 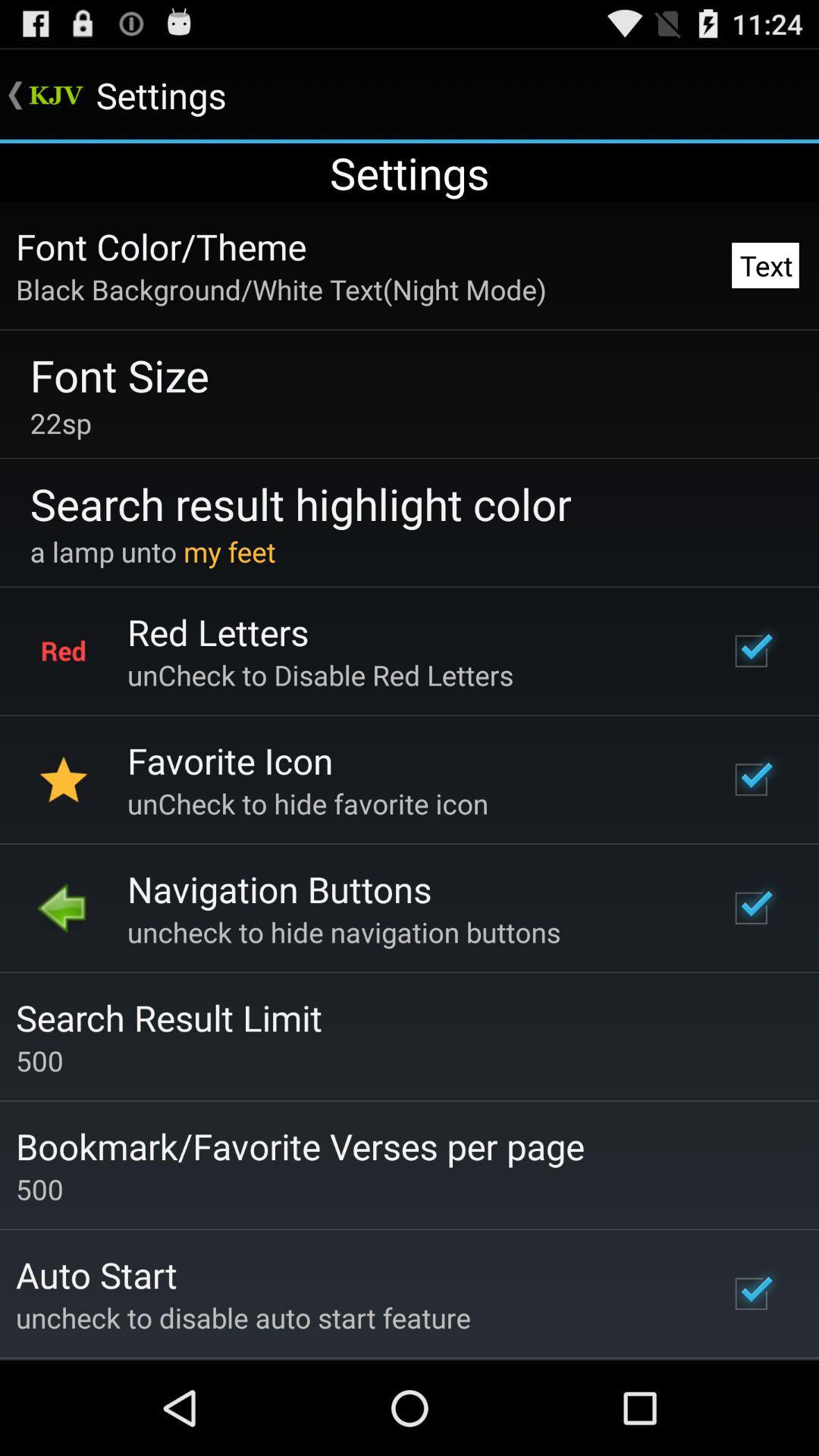 What do you see at coordinates (300, 1146) in the screenshot?
I see `the bookmark favorite verses app` at bounding box center [300, 1146].